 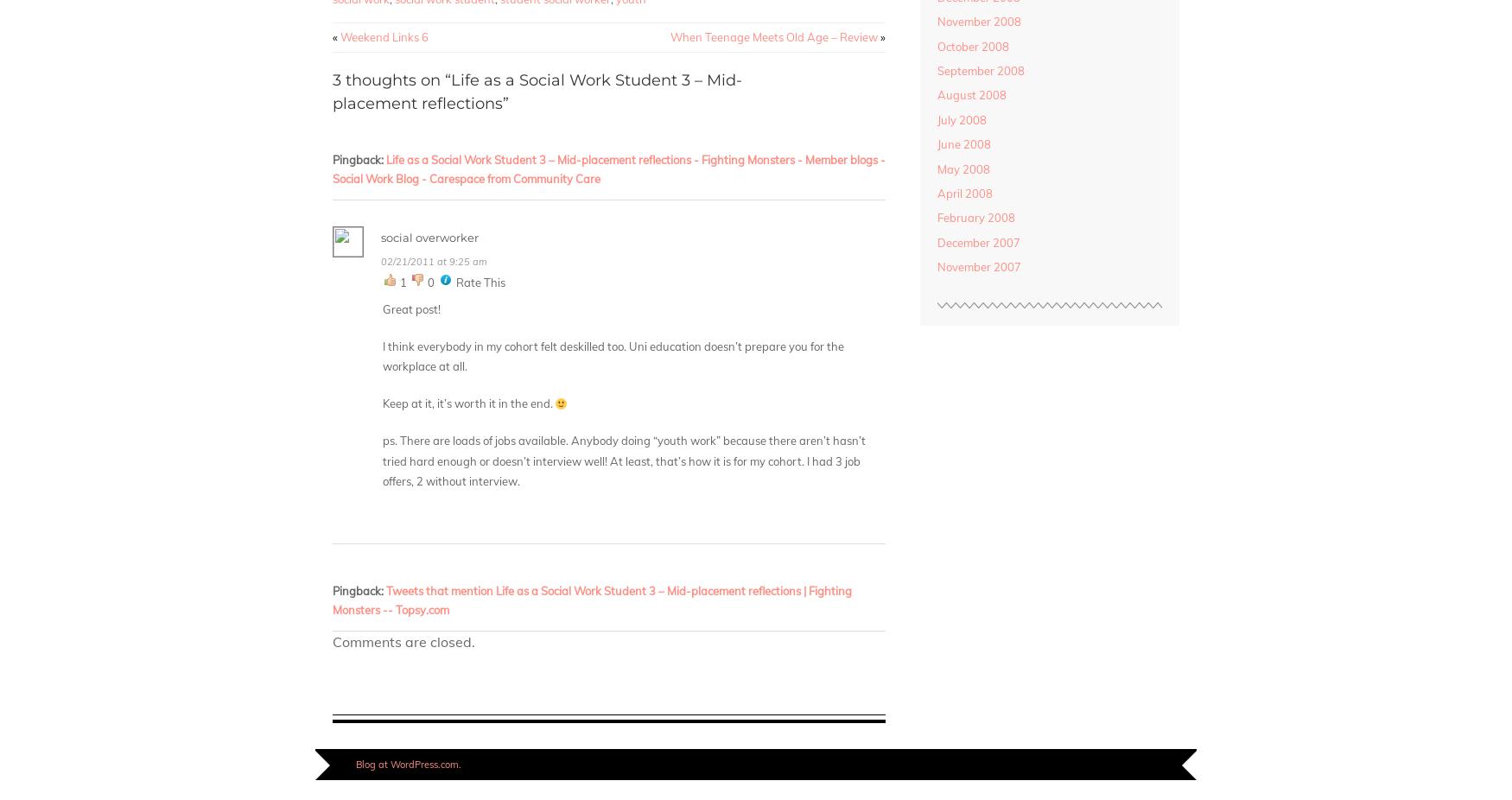 I want to click on 'November 2008', so click(x=936, y=21).